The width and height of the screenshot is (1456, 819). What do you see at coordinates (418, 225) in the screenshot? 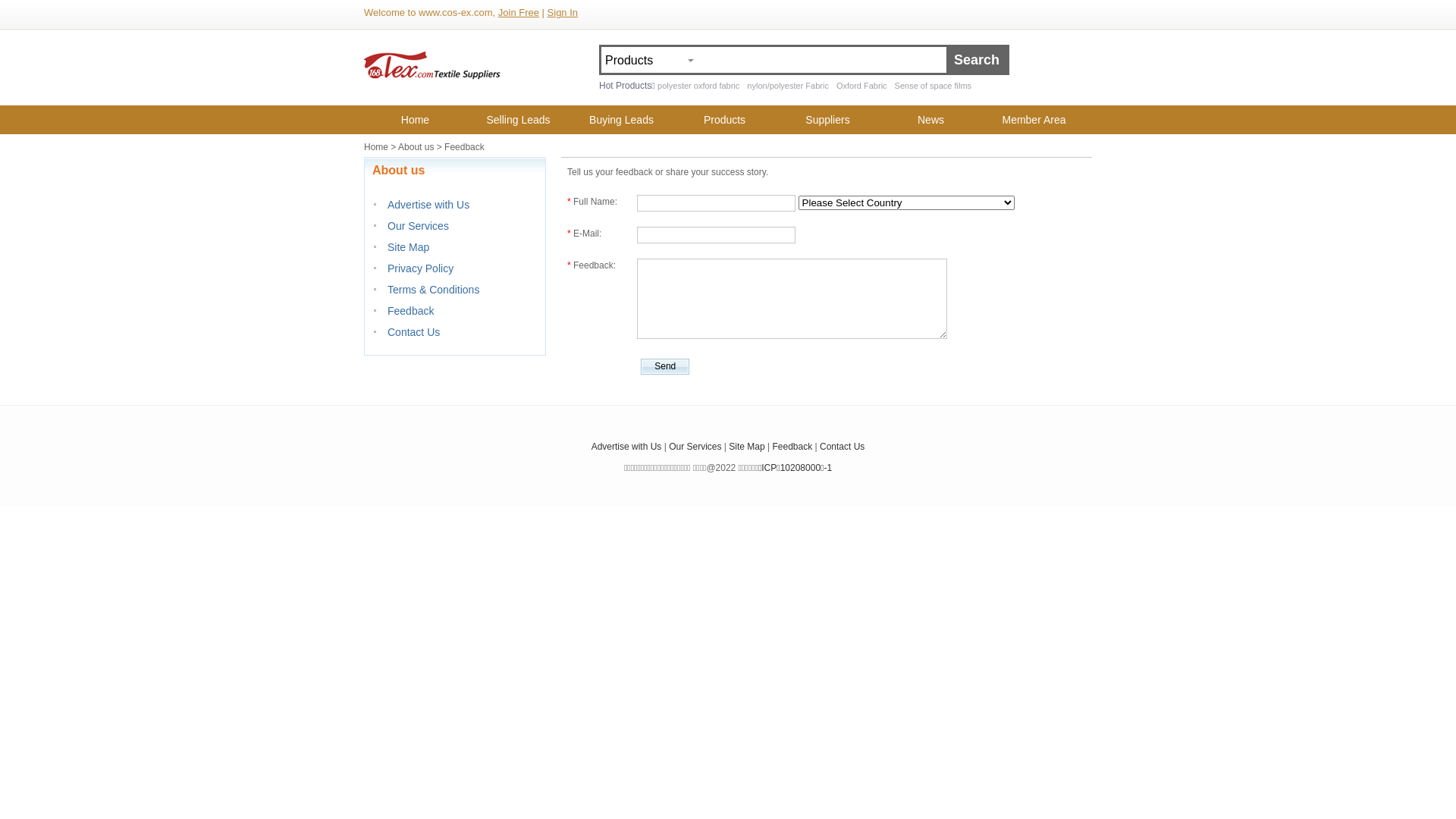
I see `'Our Services'` at bounding box center [418, 225].